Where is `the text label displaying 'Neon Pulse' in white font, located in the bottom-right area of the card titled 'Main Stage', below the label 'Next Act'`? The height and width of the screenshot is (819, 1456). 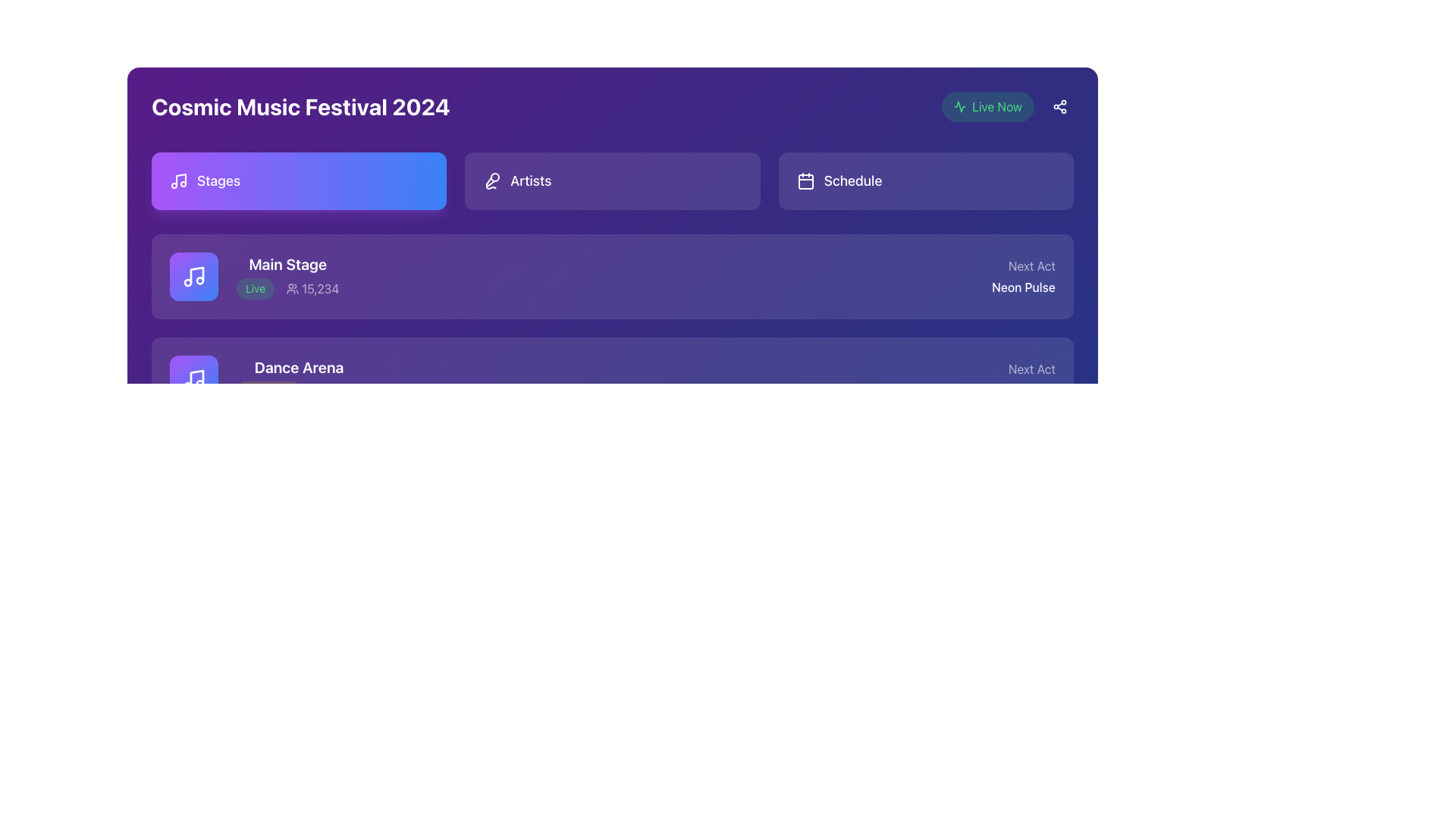
the text label displaying 'Neon Pulse' in white font, located in the bottom-right area of the card titled 'Main Stage', below the label 'Next Act' is located at coordinates (1024, 287).